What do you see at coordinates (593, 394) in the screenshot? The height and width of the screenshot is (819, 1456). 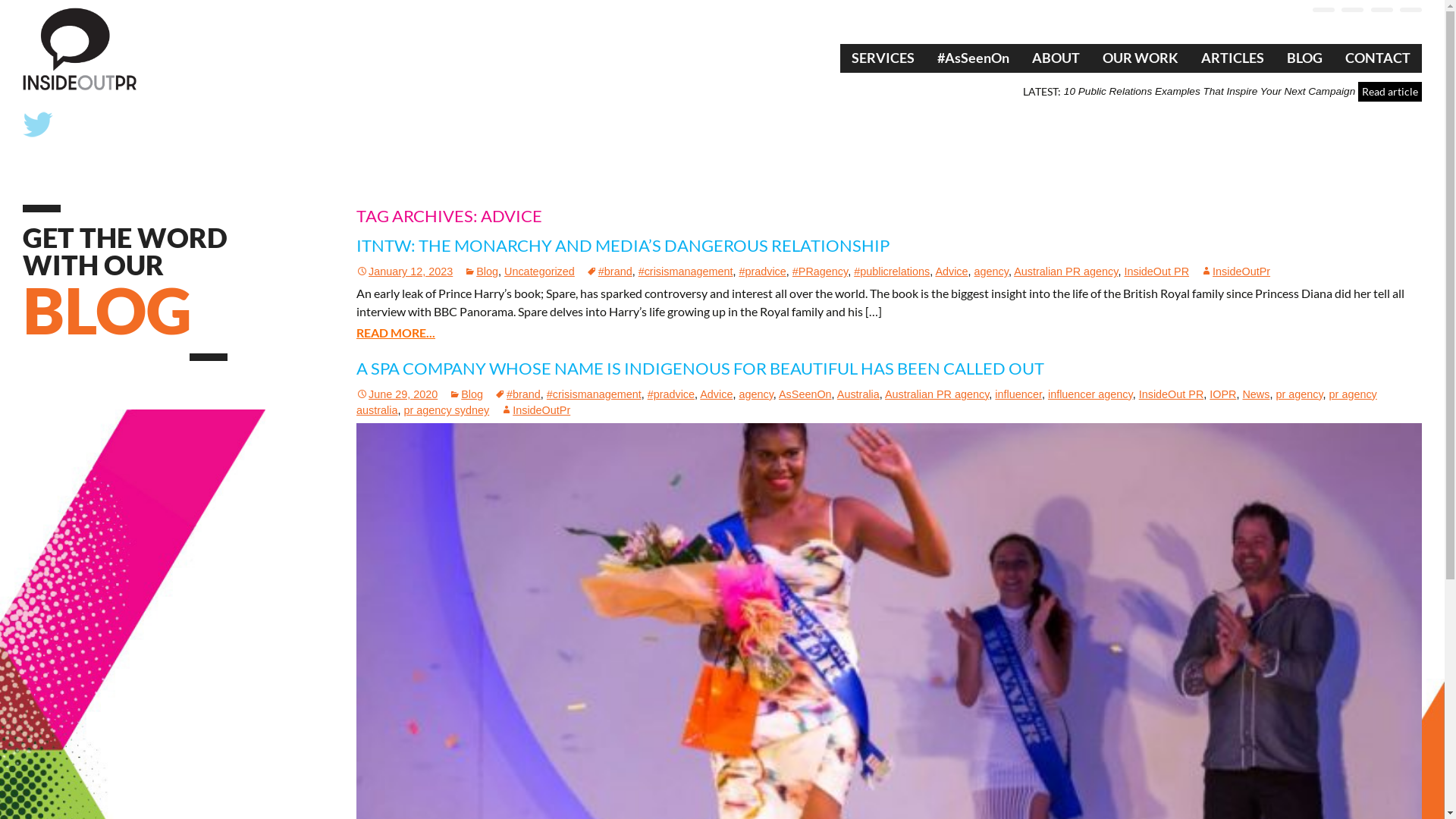 I see `'#crisismanagement'` at bounding box center [593, 394].